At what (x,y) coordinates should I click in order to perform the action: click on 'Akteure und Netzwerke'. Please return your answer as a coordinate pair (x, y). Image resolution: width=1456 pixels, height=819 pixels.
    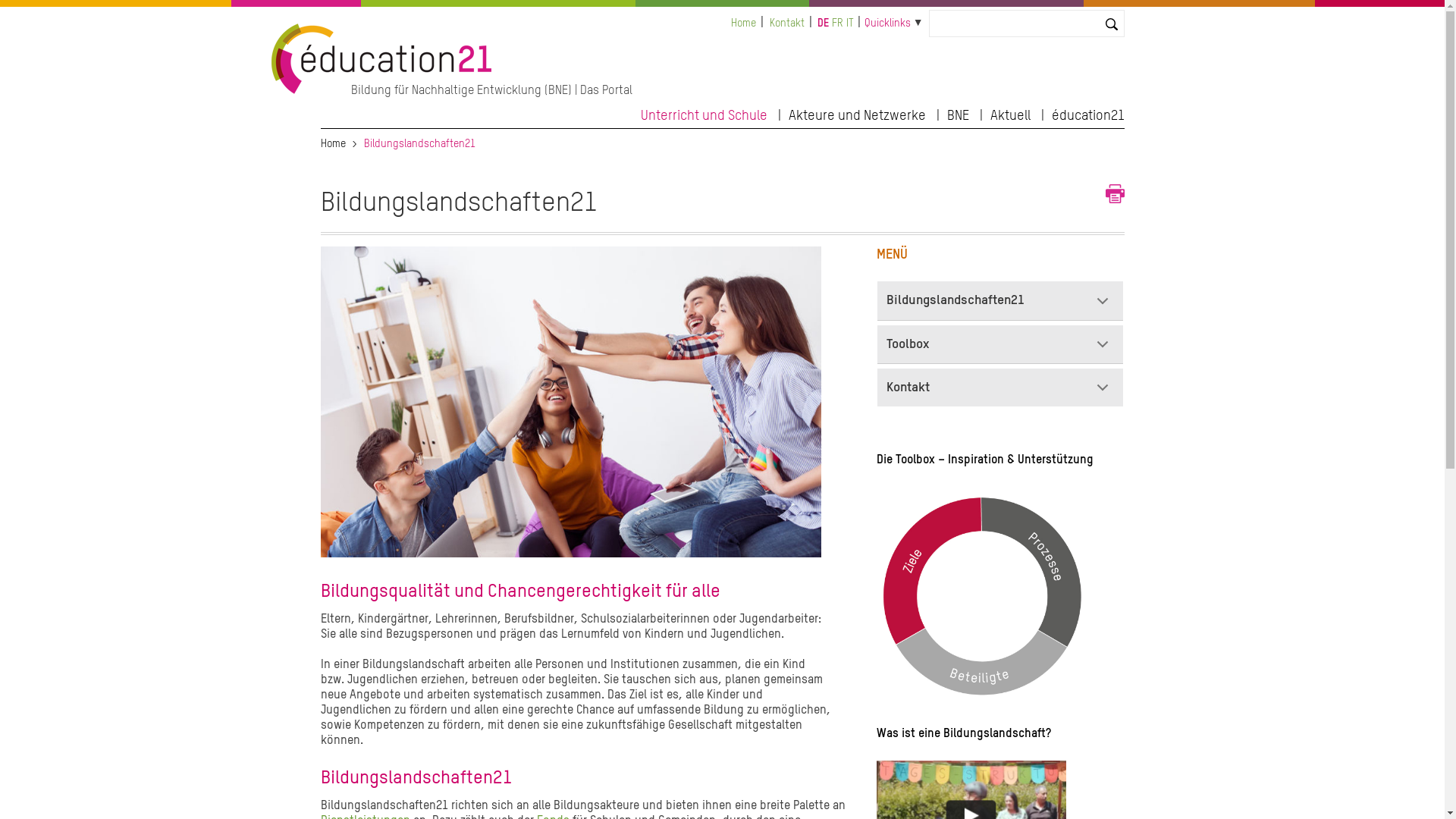
    Looking at the image, I should click on (789, 112).